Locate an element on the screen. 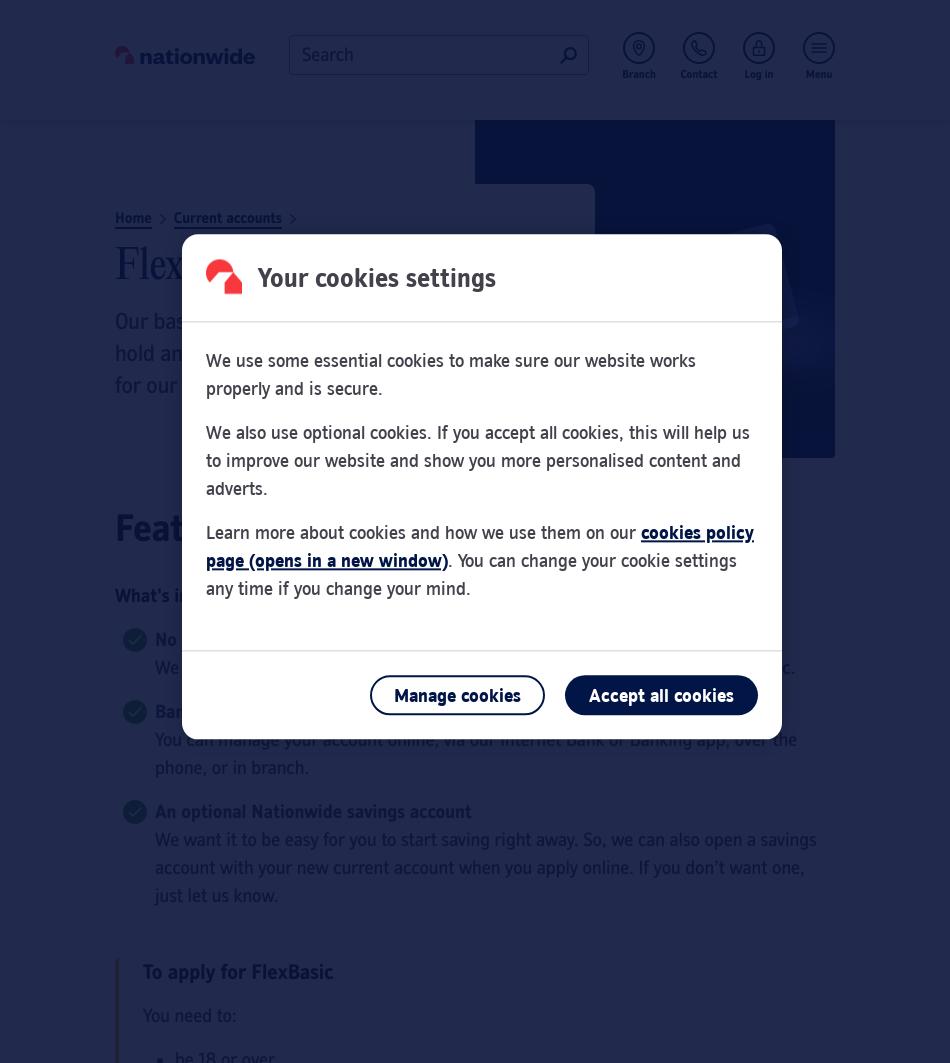  'To apply for FlexBasic' is located at coordinates (237, 970).